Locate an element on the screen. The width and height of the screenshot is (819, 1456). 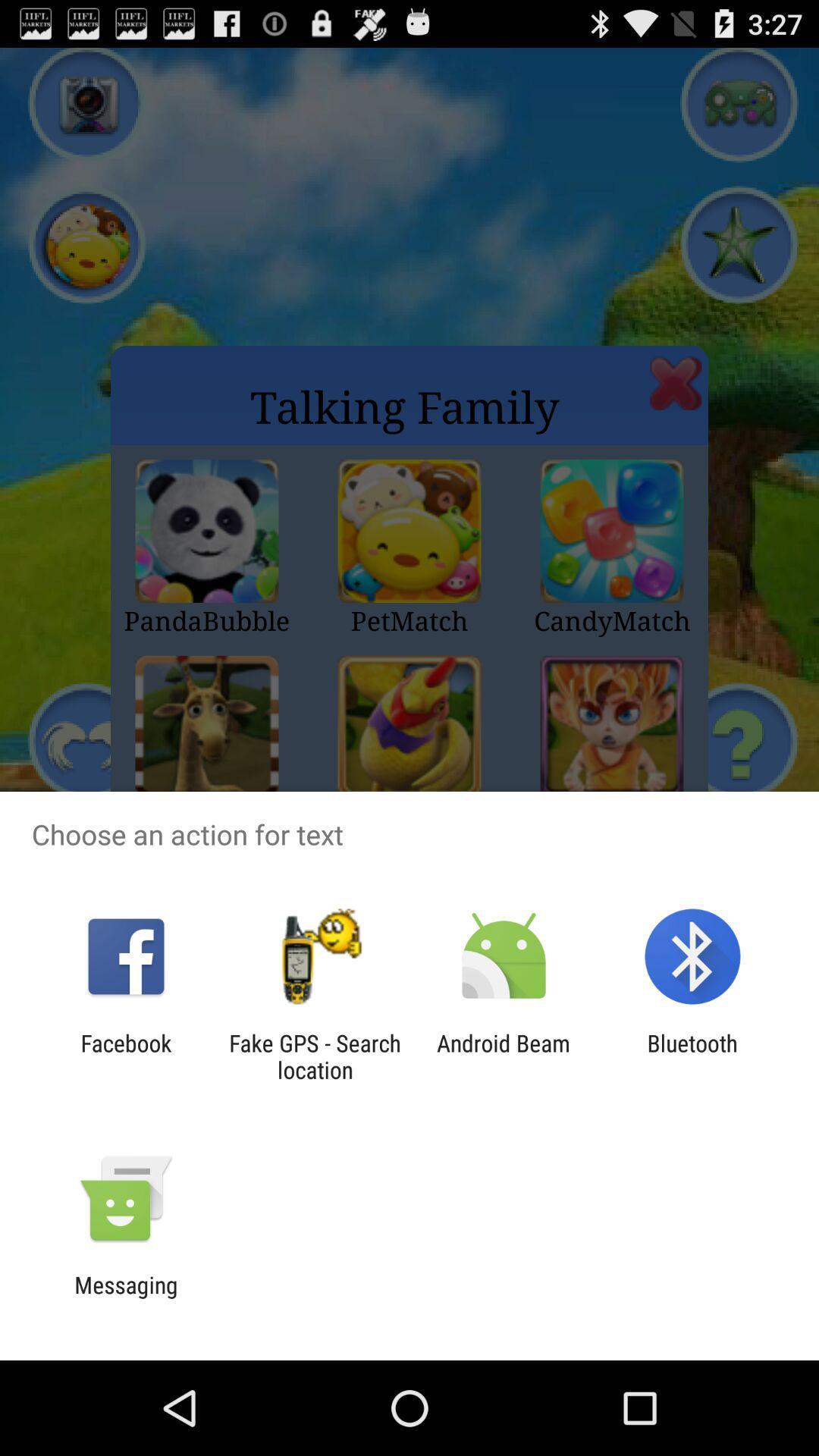
the item to the right of android beam item is located at coordinates (692, 1056).